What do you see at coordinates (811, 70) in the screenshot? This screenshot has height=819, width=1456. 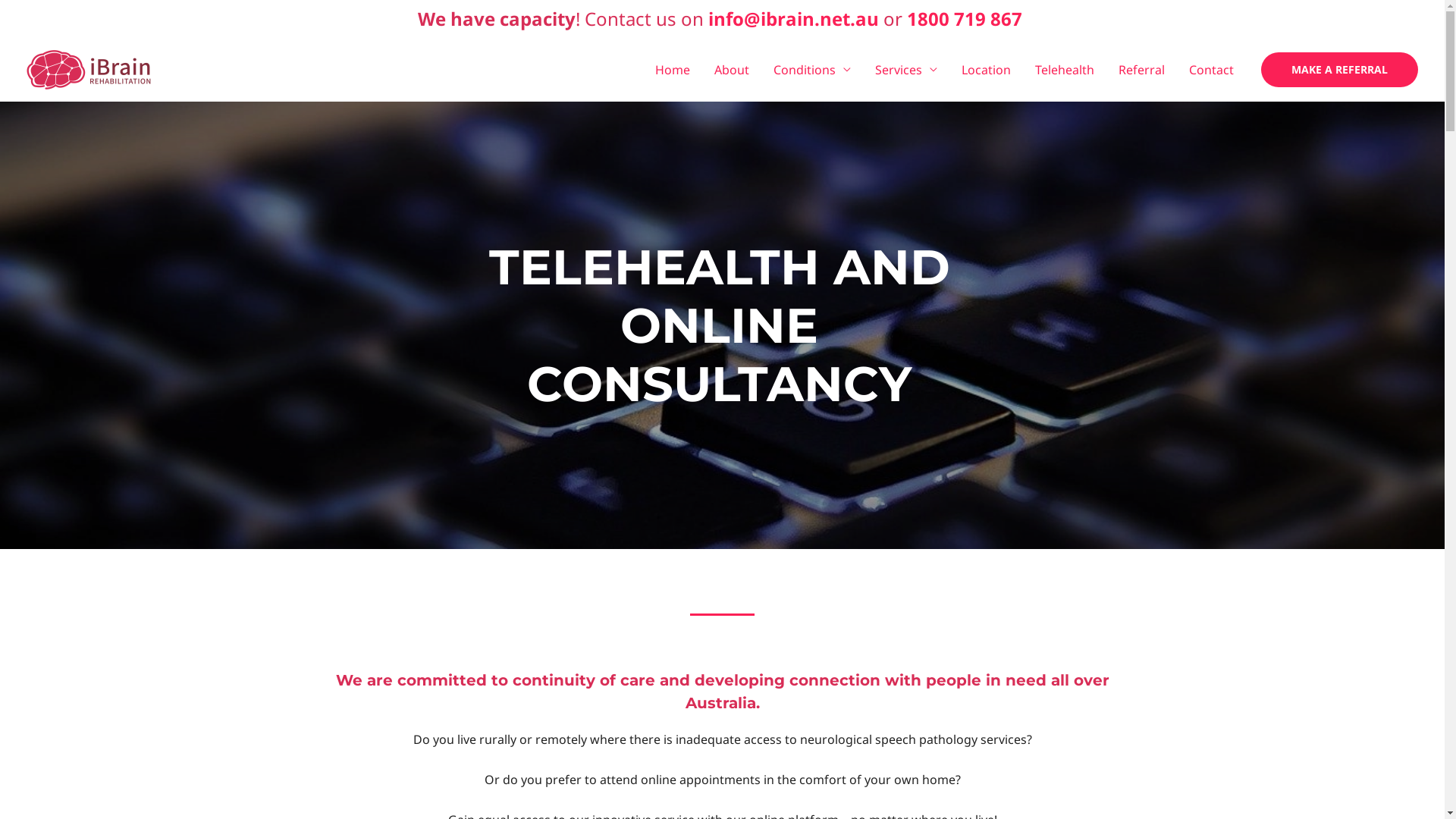 I see `'Conditions'` at bounding box center [811, 70].